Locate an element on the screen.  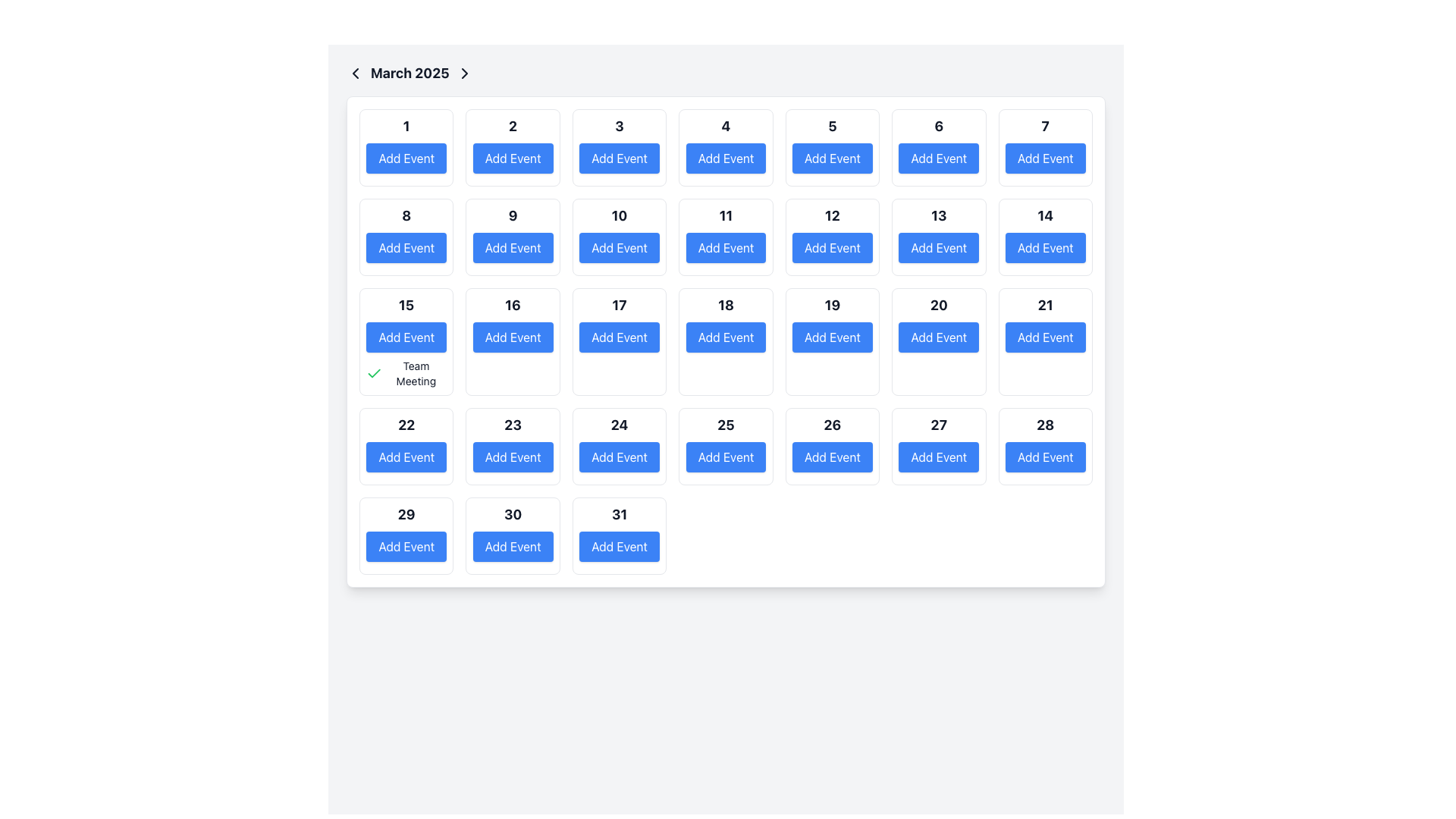
the text label displaying the number '24', which is styled in bold and large font, located in the calendar interface is located at coordinates (619, 425).